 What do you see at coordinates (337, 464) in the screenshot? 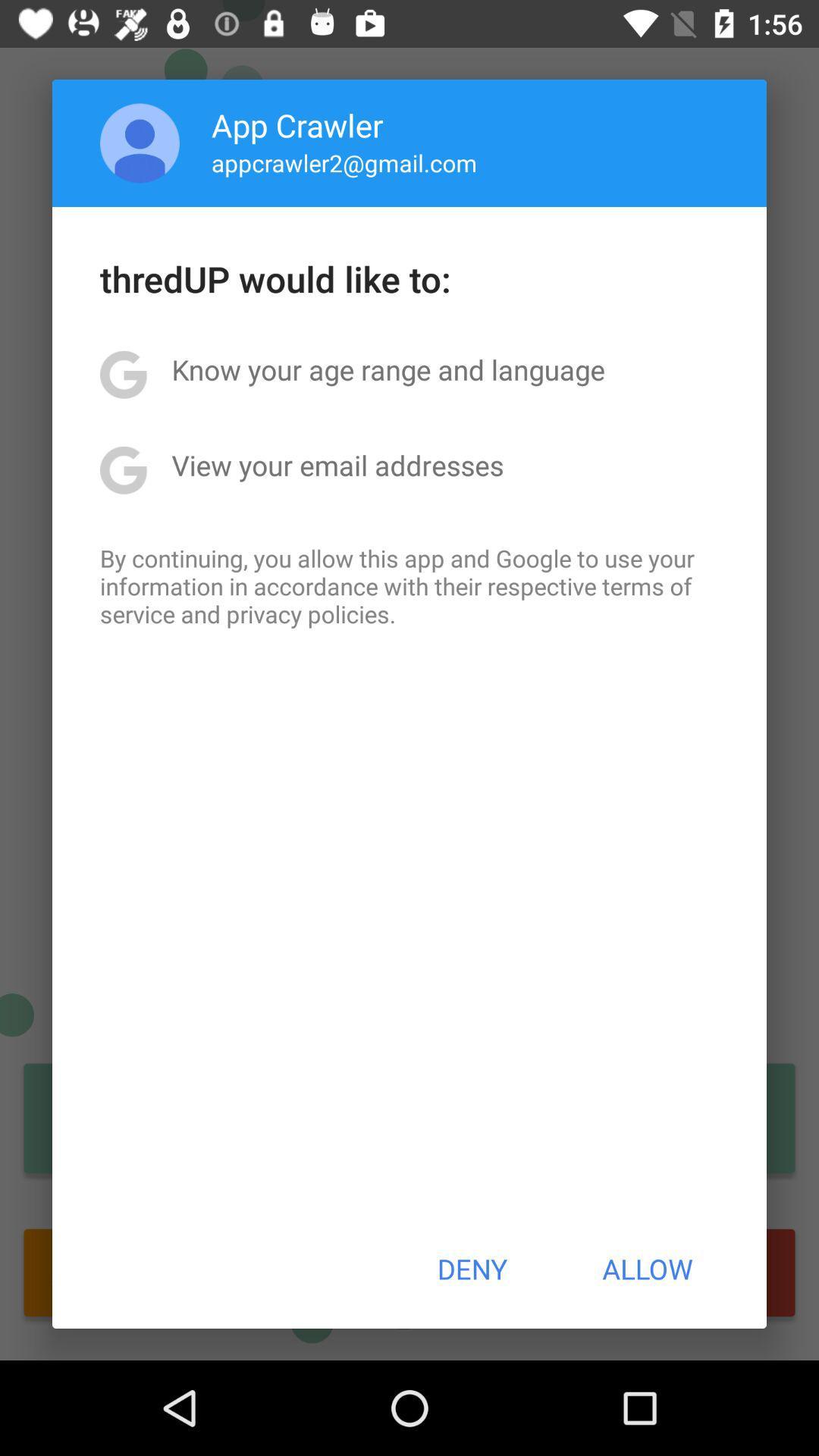
I see `the view your email app` at bounding box center [337, 464].